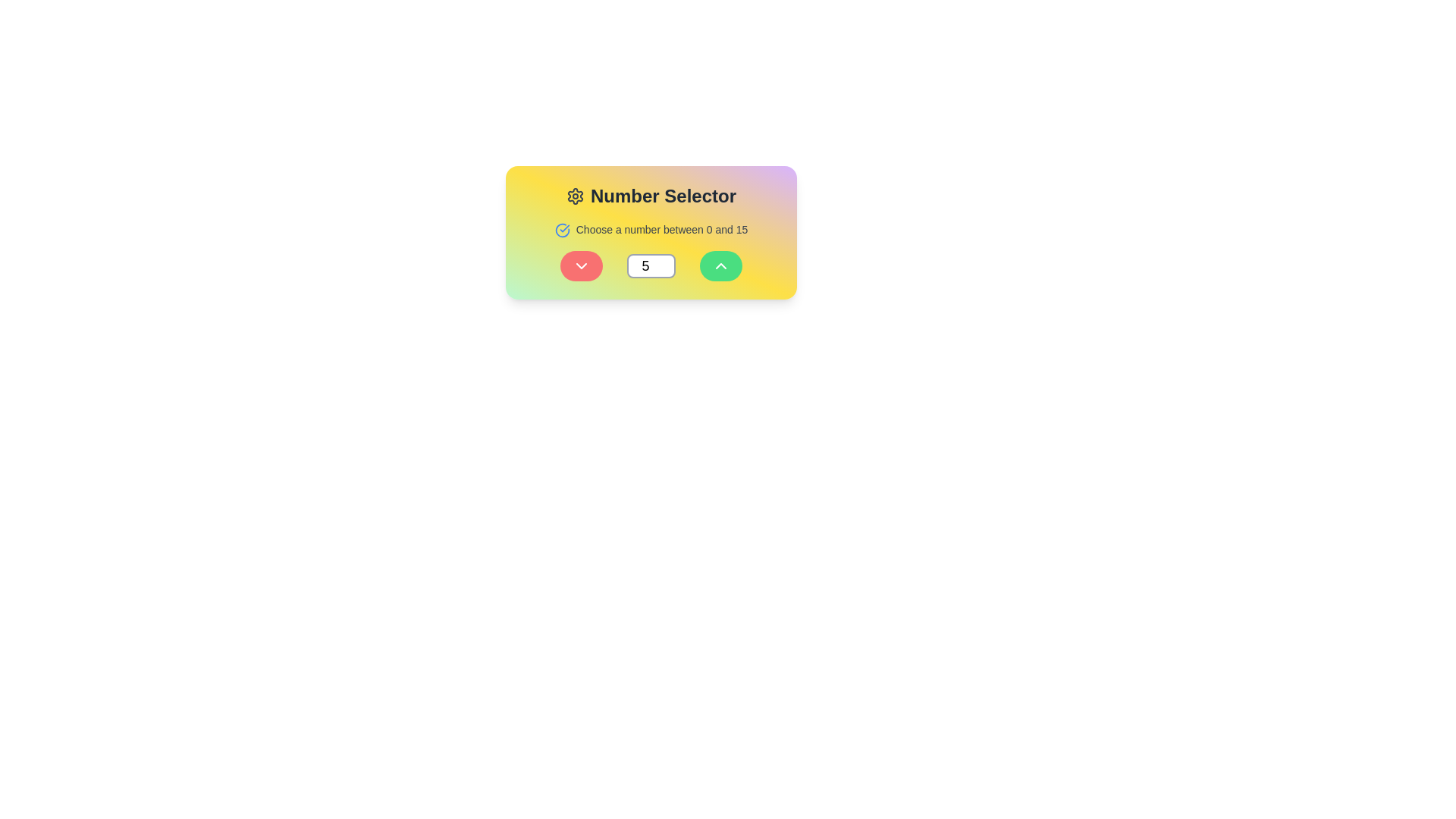 This screenshot has width=1456, height=819. Describe the element at coordinates (651, 230) in the screenshot. I see `the informational text label that prompts 'Choose a number between 0 and 15', which is located in the center of a colorful rectangular card beneath the title 'Number Selector'` at that location.